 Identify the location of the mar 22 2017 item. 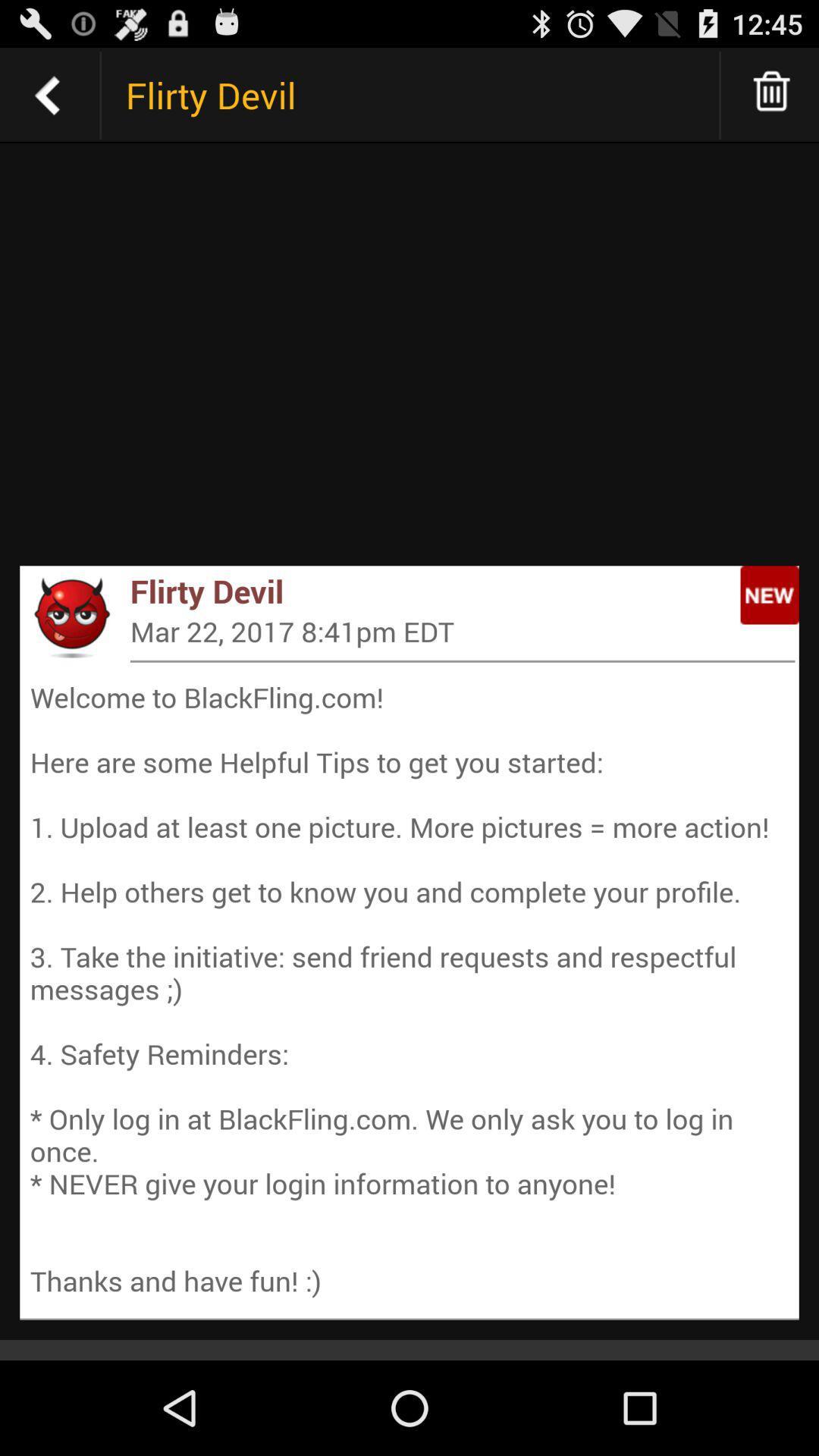
(462, 631).